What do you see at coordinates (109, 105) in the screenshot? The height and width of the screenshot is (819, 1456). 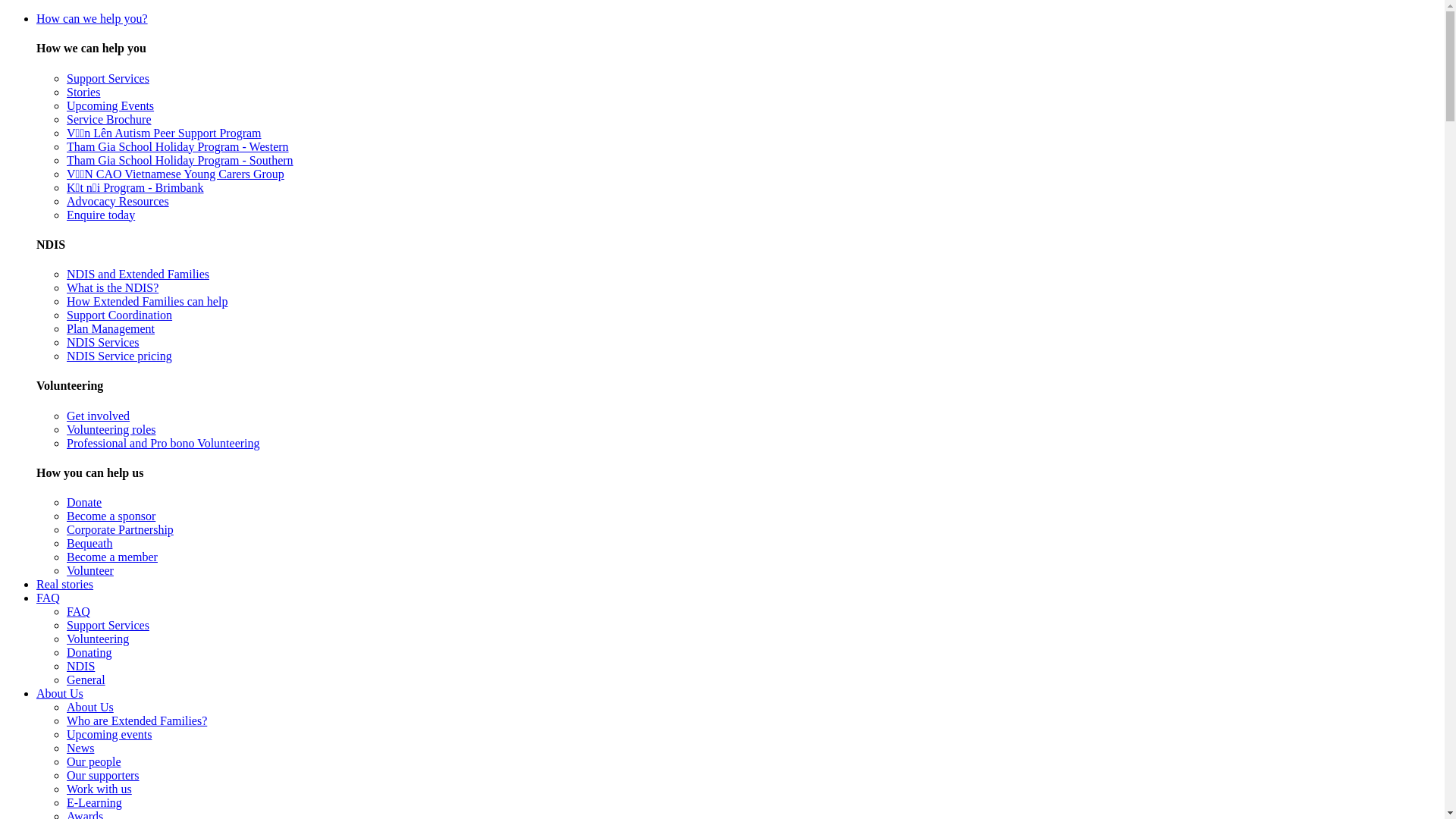 I see `'Upcoming Events'` at bounding box center [109, 105].